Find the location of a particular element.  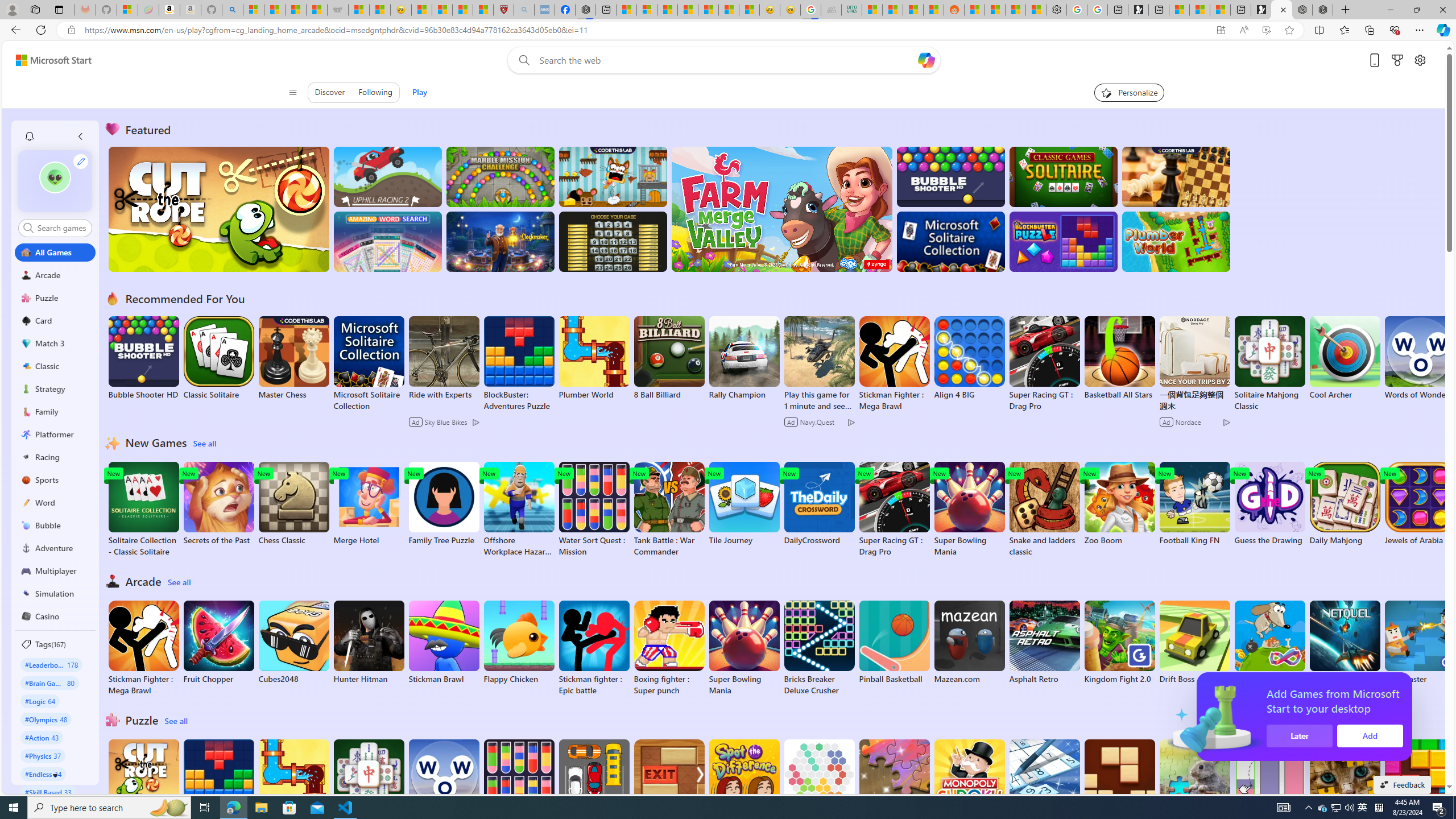

'Merge Hotel' is located at coordinates (369, 503).